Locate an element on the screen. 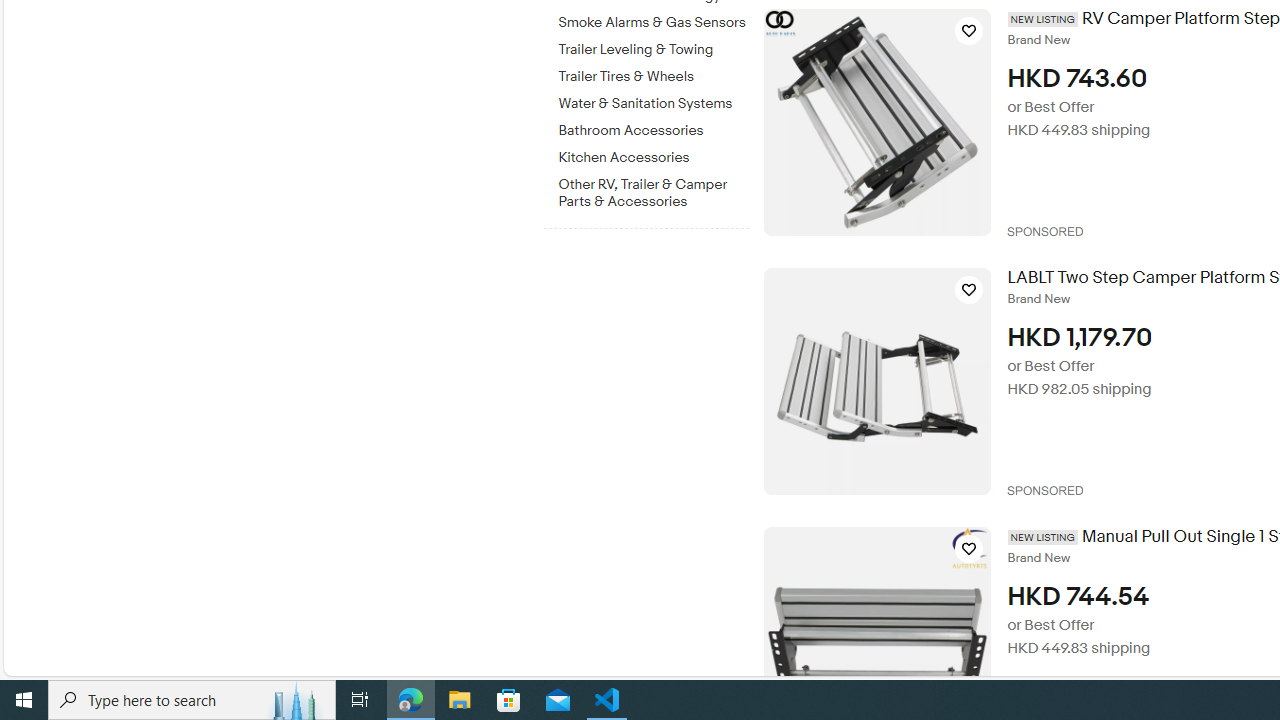 The image size is (1280, 720). 'Water & Sanitation Systems' is located at coordinates (653, 104).